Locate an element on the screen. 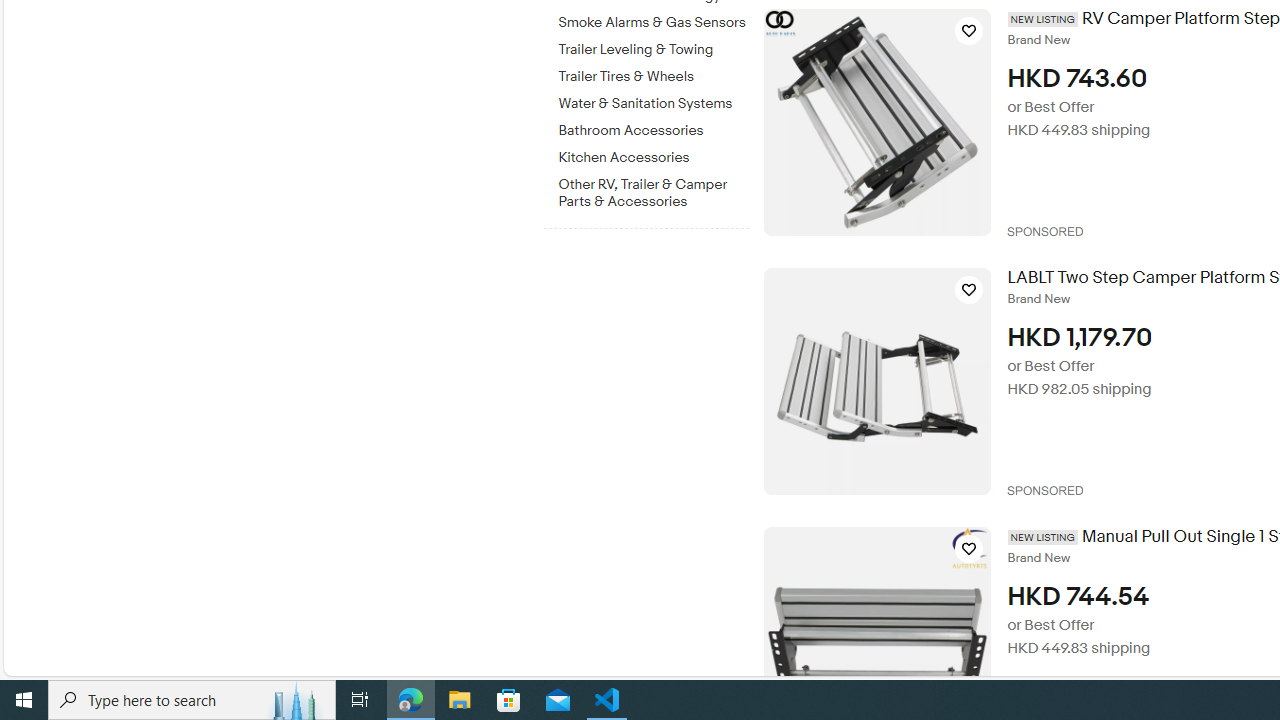 The image size is (1280, 720). 'Water & Sanitation Systems' is located at coordinates (653, 104).